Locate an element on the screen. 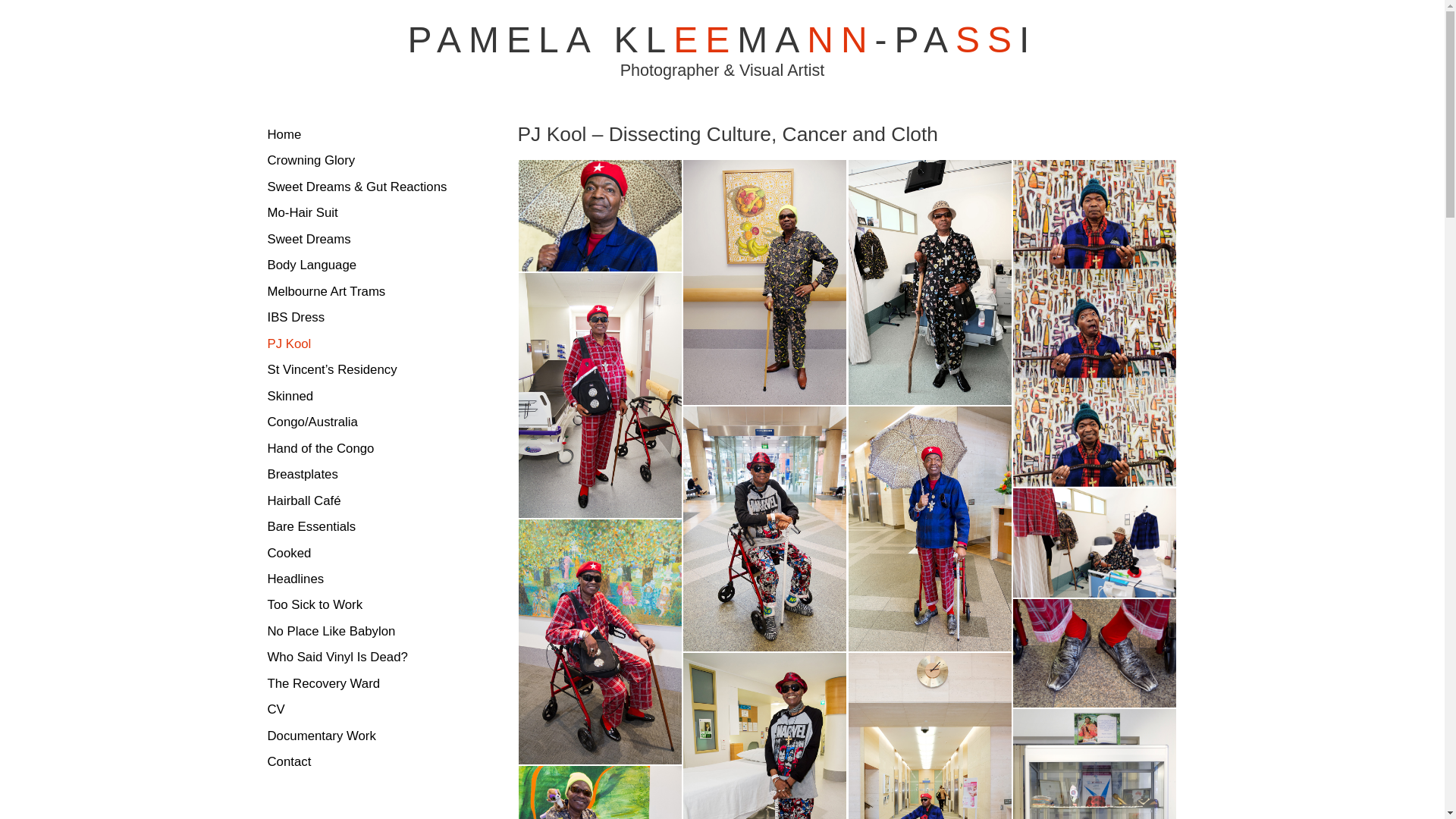 The height and width of the screenshot is (819, 1456). 'Home' is located at coordinates (360, 133).